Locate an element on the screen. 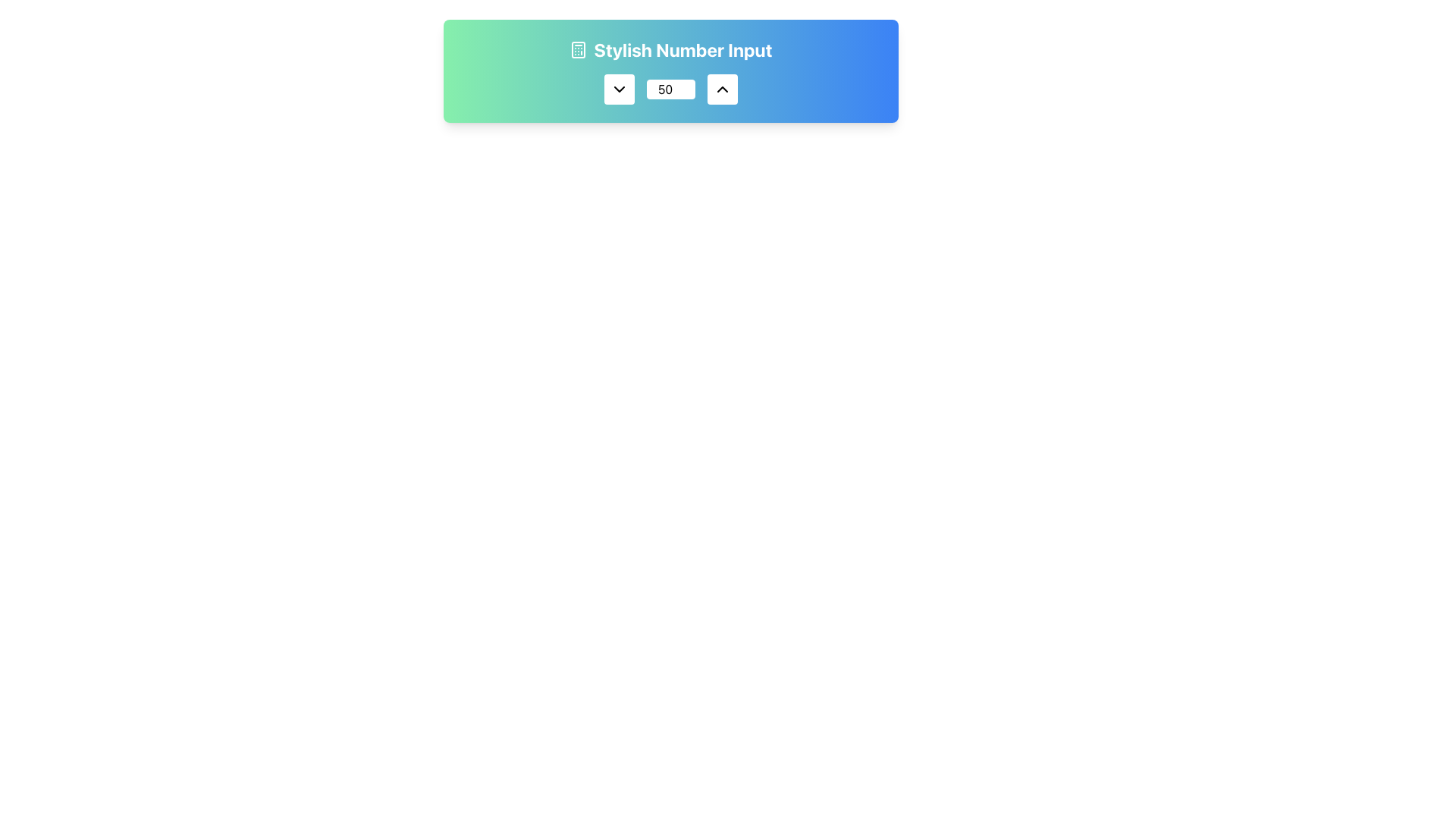  the decorative rectangle icon representing a calculator, which is located to the left of the text 'Stylish Number Input' is located at coordinates (578, 49).